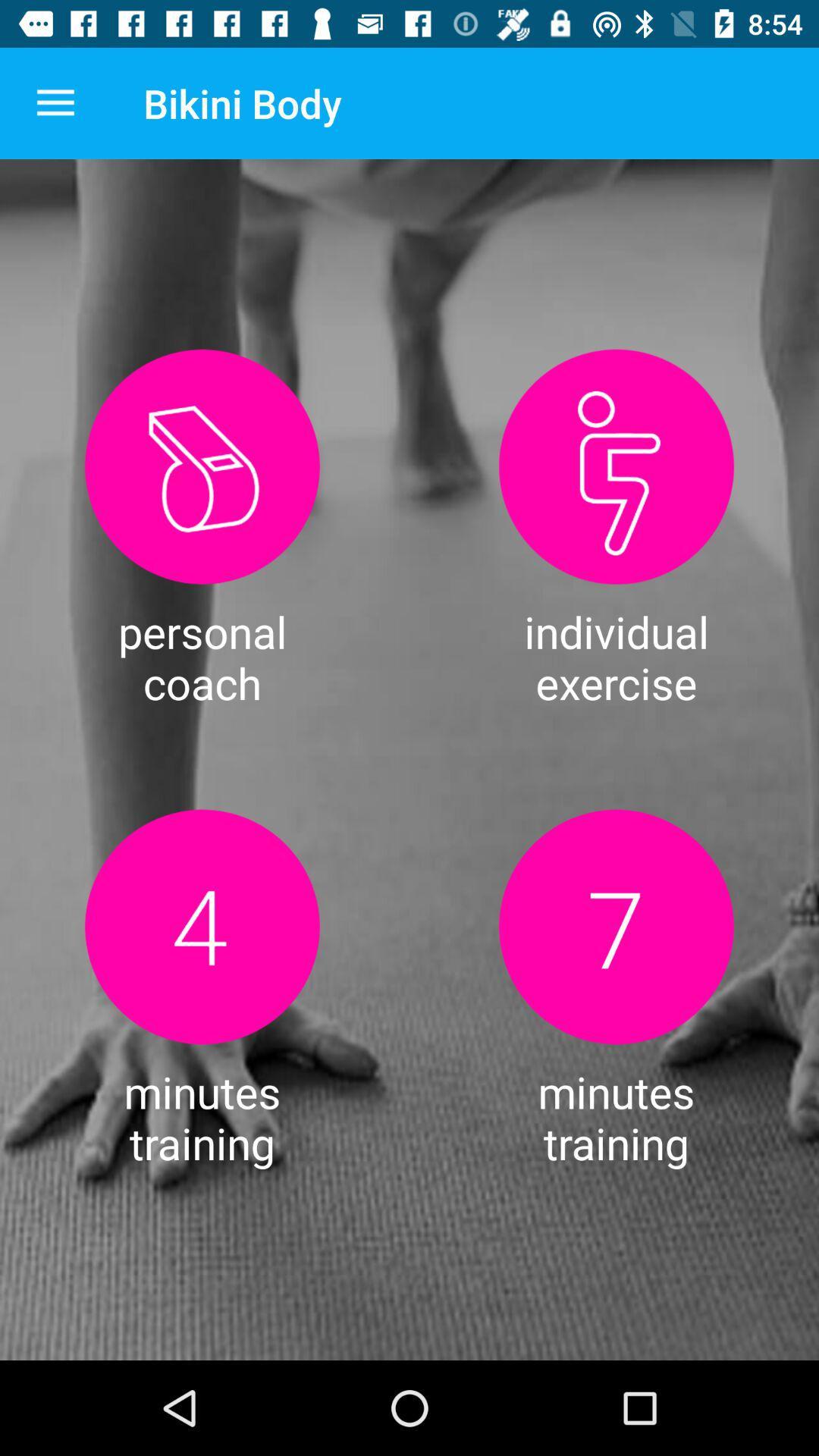 The height and width of the screenshot is (1456, 819). Describe the element at coordinates (201, 926) in the screenshot. I see `training timer` at that location.